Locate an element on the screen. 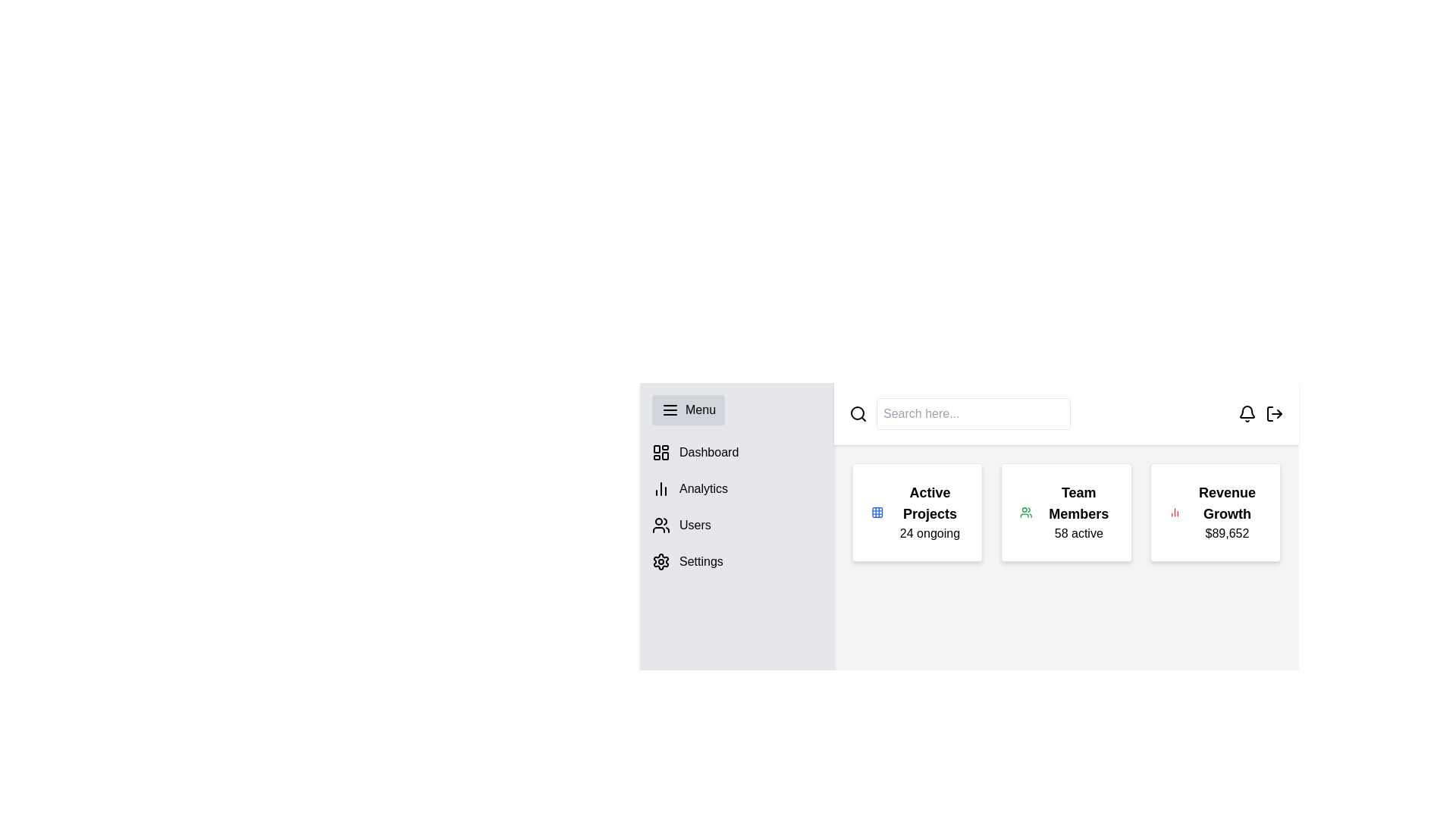 The image size is (1456, 819). the 'Users' icon, which resembles two abstract human figures, located at the far left of the navigation menu is located at coordinates (661, 525).